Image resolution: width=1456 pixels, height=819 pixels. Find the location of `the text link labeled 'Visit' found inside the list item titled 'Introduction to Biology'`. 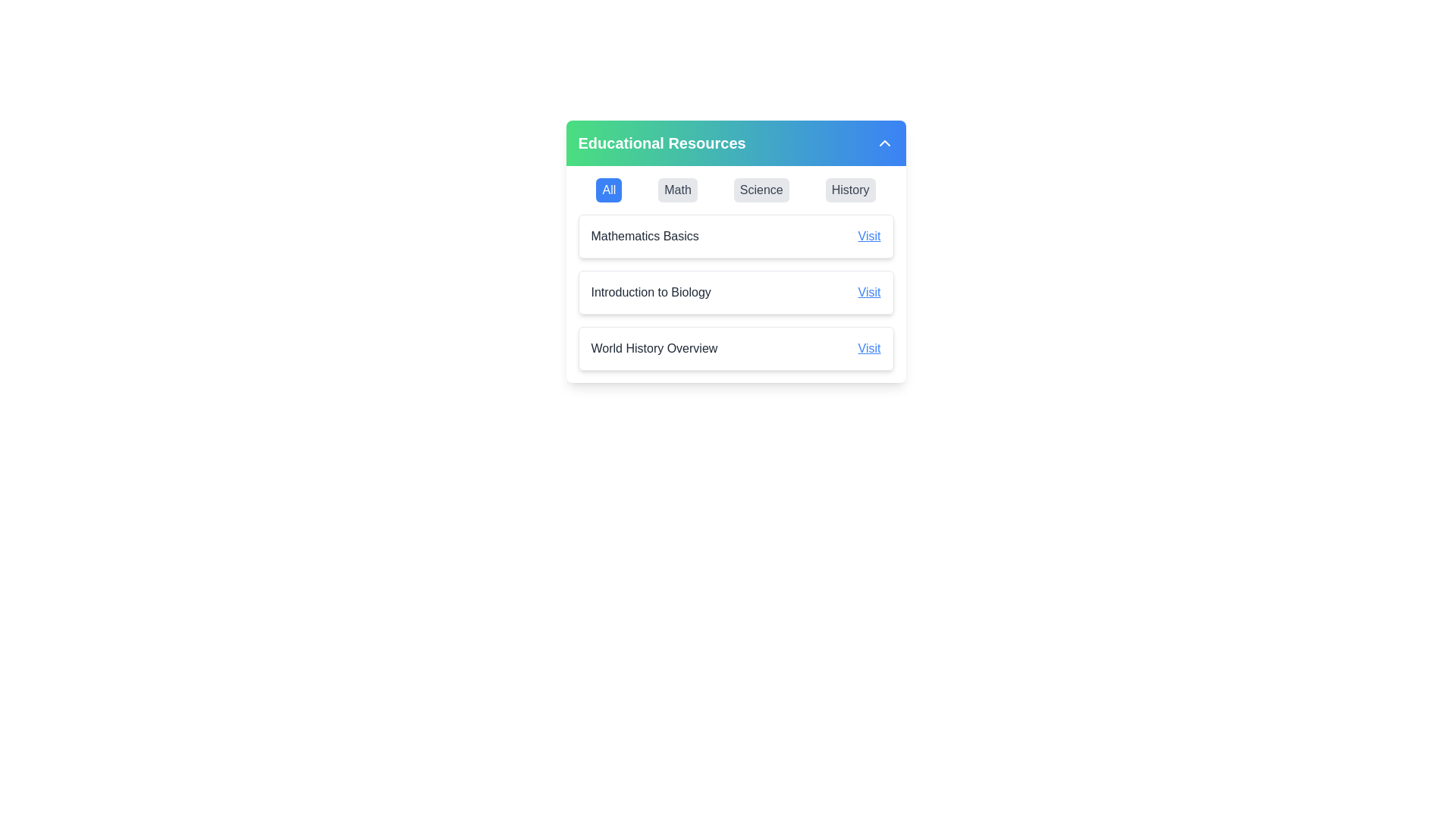

the text link labeled 'Visit' found inside the list item titled 'Introduction to Biology' is located at coordinates (869, 292).